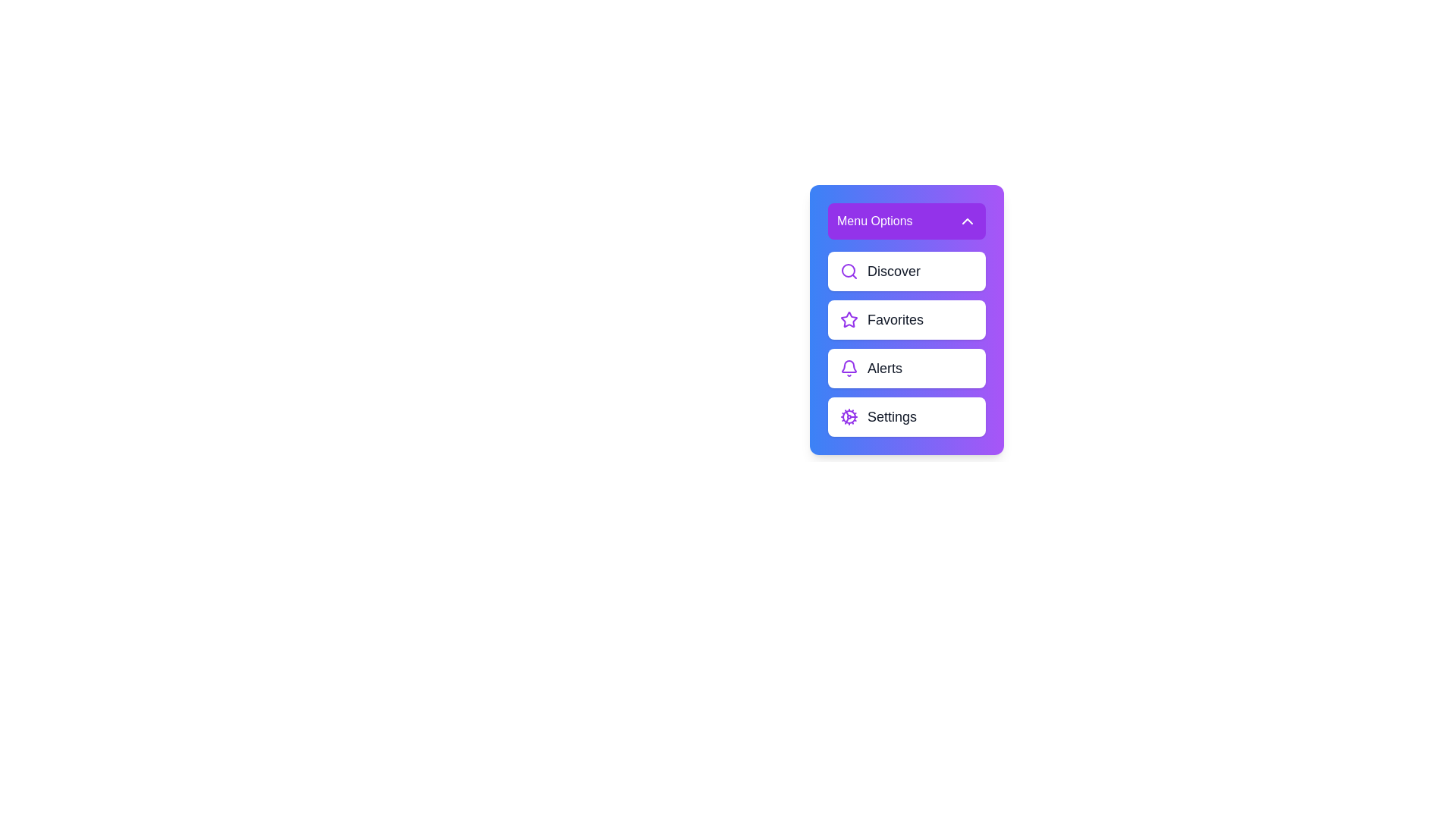 This screenshot has height=819, width=1456. Describe the element at coordinates (906, 318) in the screenshot. I see `the 'Favorites' navigation button, which is the second item in the vertical list of menu options, located between 'Discover' and 'Alerts'` at that location.